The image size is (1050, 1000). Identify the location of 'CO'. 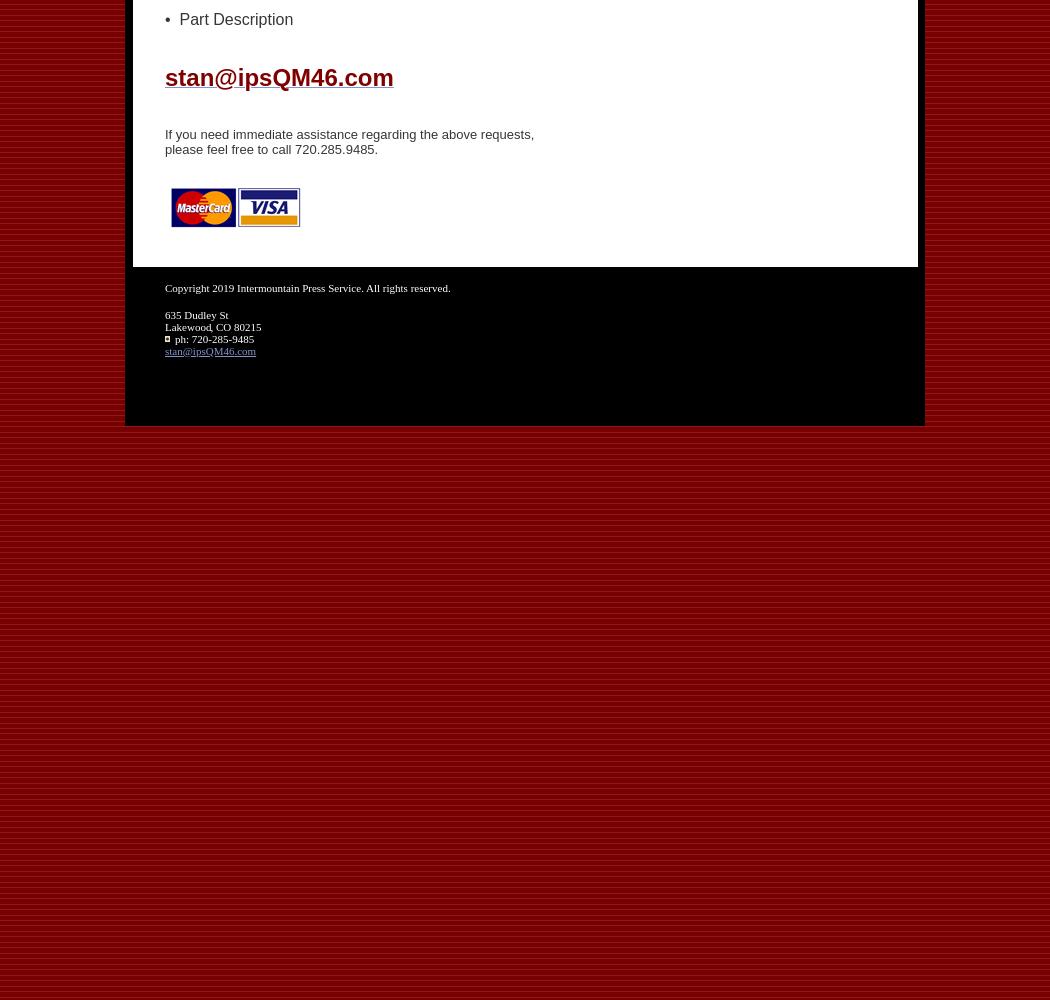
(222, 325).